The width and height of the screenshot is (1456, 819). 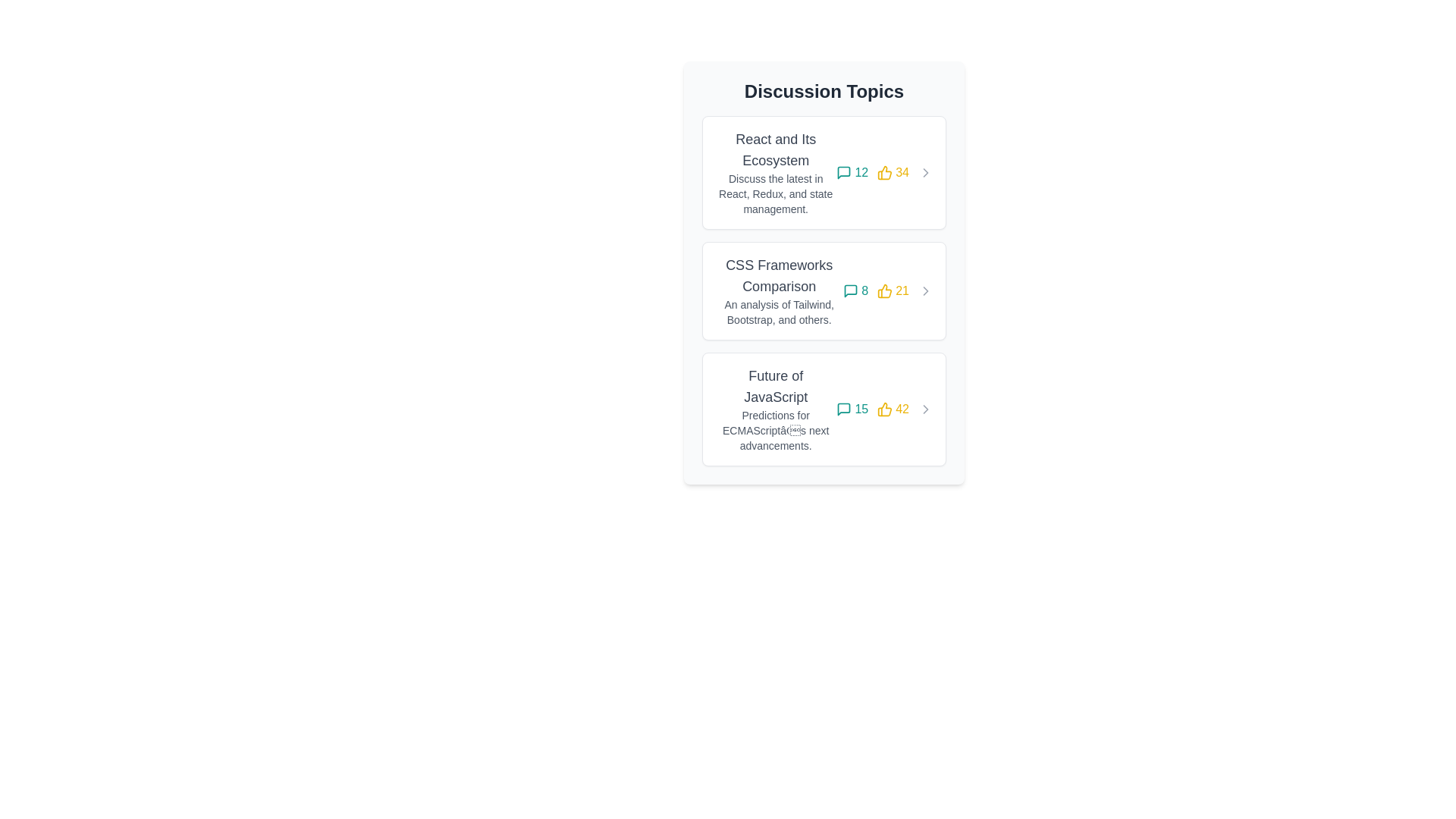 What do you see at coordinates (776, 385) in the screenshot?
I see `the text label that serves as the title for the discussion topic 'Future of JavaScript', which is positioned above the descriptive text in the 'Discussion Topics' list` at bounding box center [776, 385].